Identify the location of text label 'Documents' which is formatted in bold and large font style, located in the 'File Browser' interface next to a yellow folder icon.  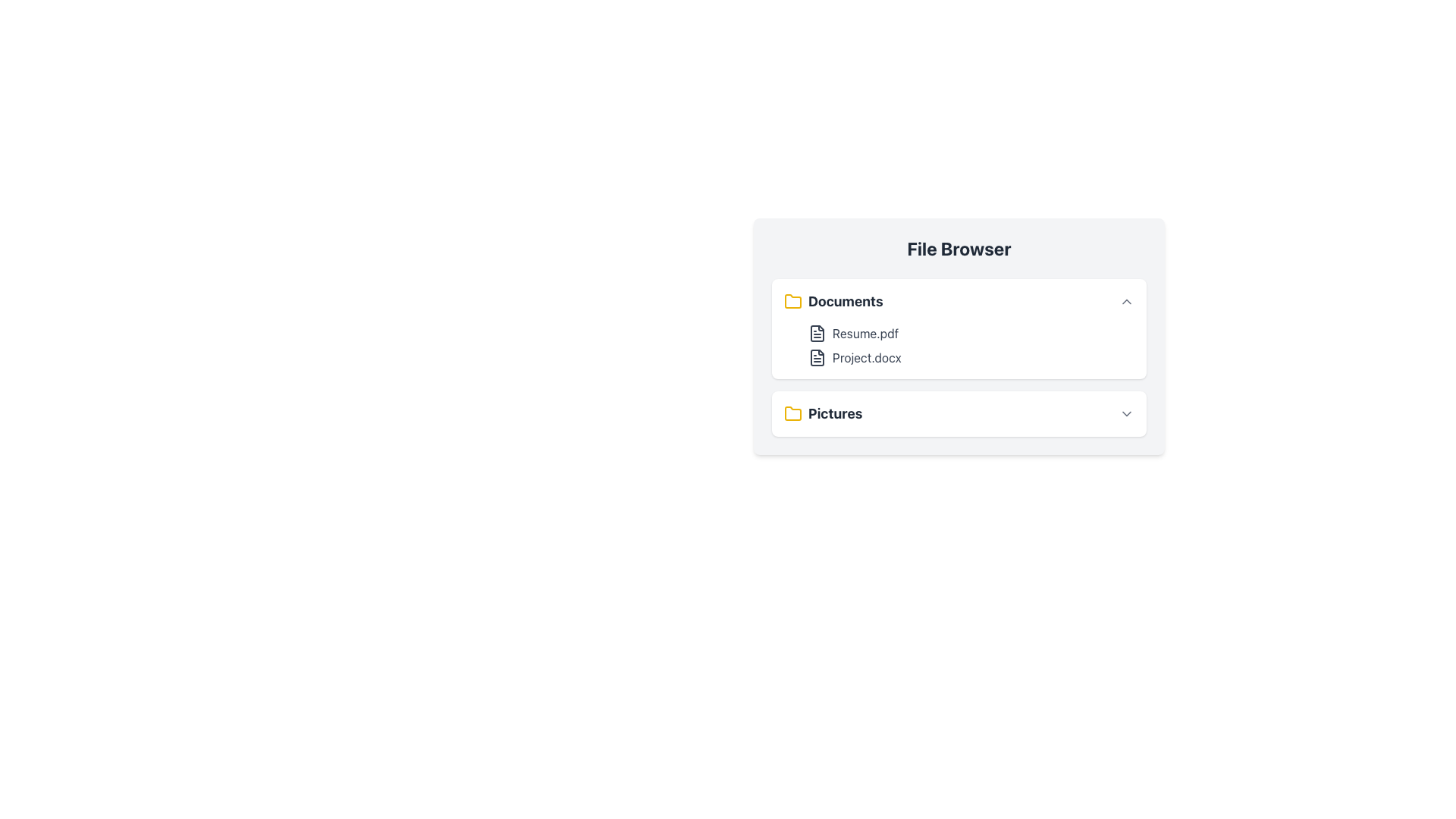
(845, 301).